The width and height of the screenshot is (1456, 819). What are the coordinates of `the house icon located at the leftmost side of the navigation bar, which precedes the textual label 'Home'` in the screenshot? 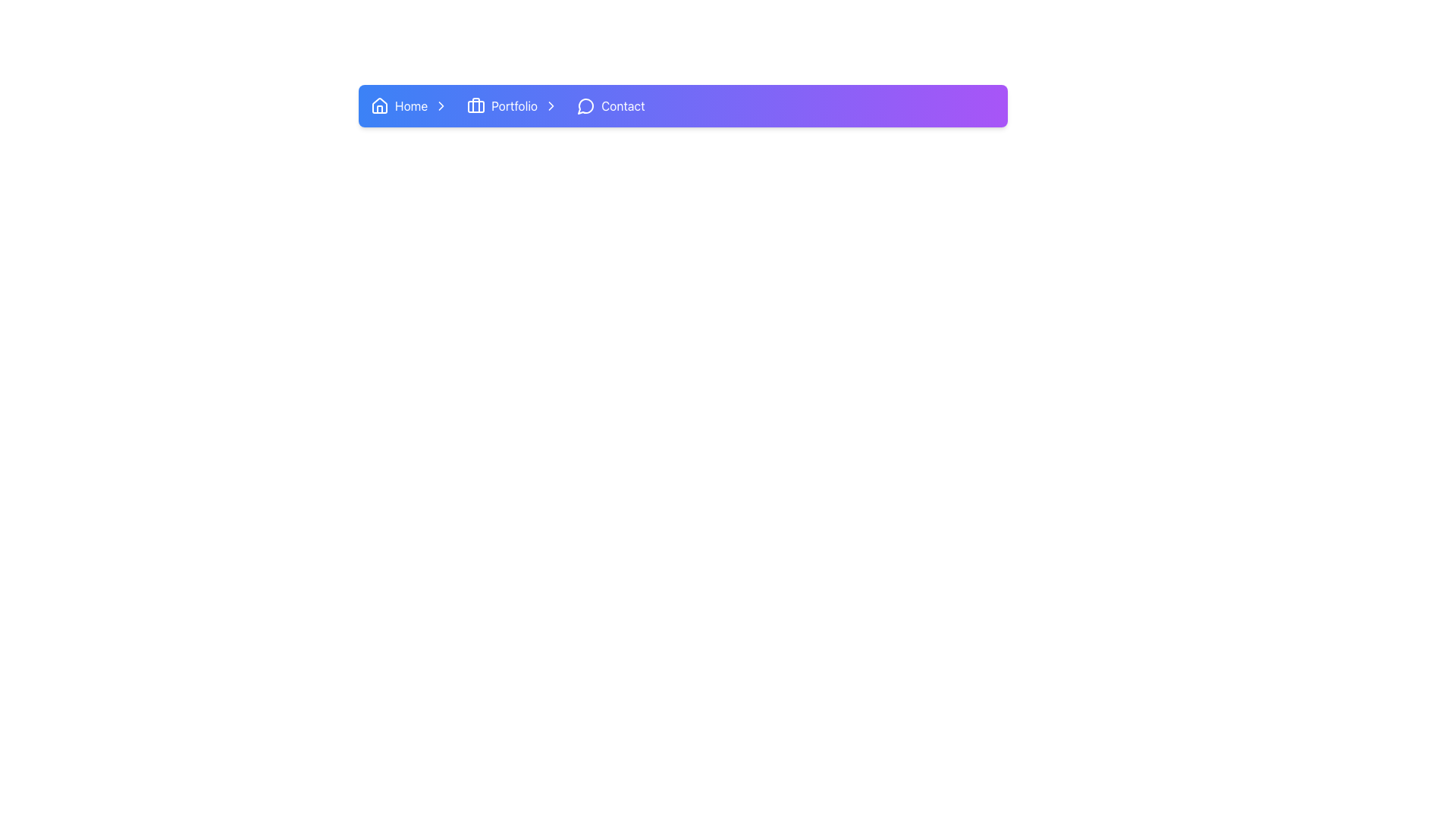 It's located at (379, 104).